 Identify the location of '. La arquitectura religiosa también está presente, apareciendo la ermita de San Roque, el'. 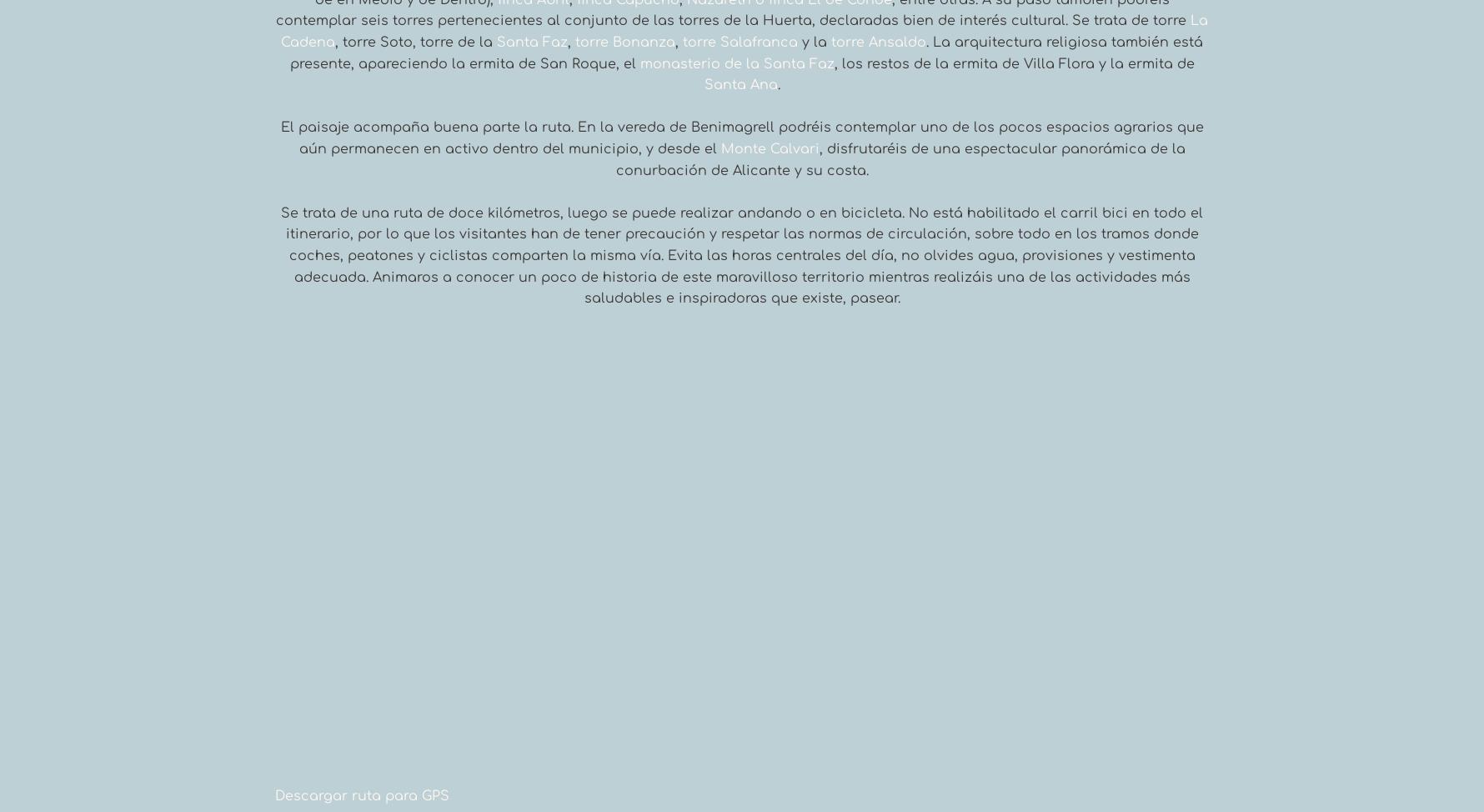
(745, 53).